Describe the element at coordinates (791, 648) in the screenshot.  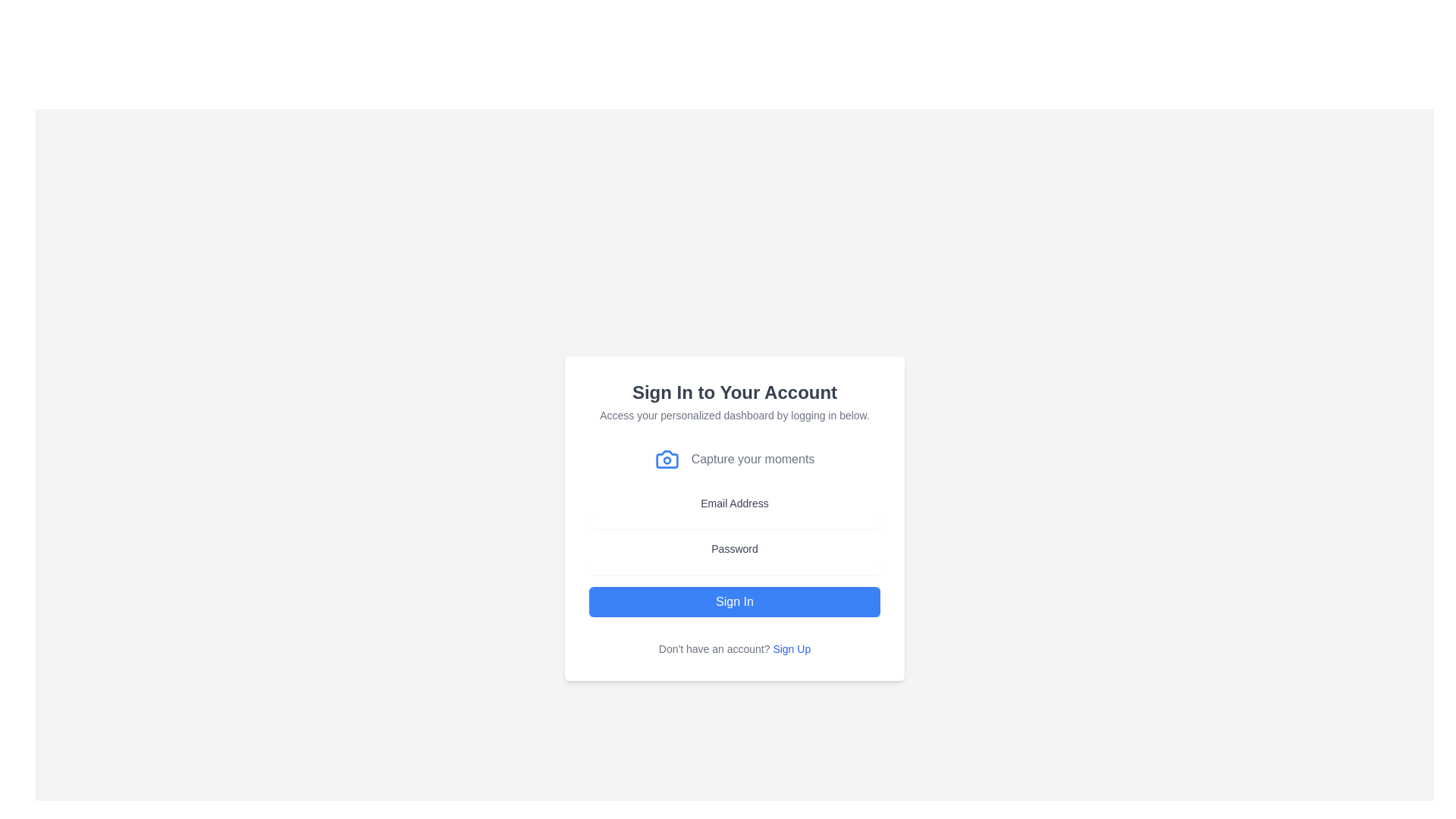
I see `the 'Sign Up' hyperlink located at the bottom center of the login interface` at that location.